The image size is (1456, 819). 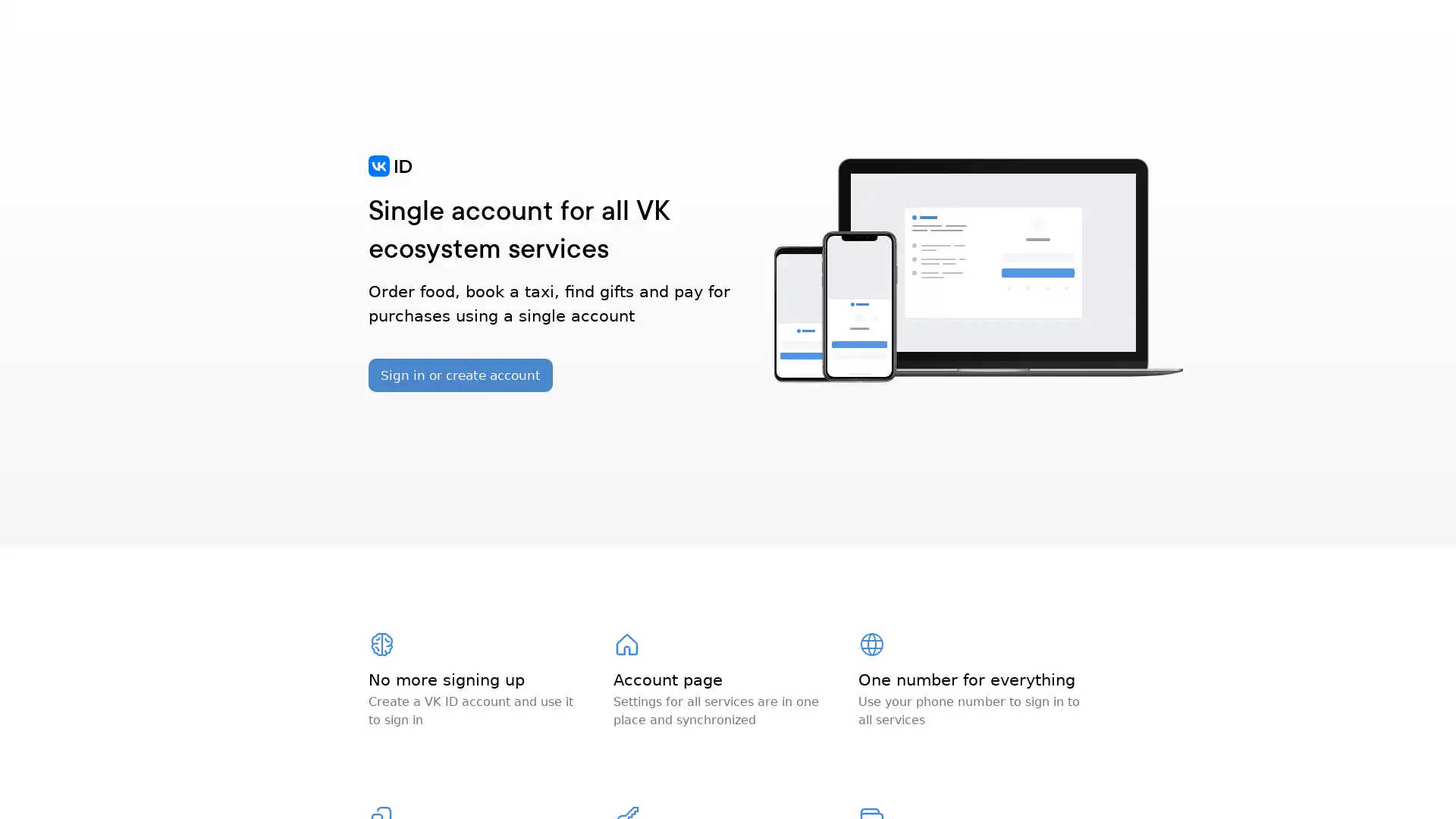 What do you see at coordinates (459, 374) in the screenshot?
I see `Sign in or create account` at bounding box center [459, 374].